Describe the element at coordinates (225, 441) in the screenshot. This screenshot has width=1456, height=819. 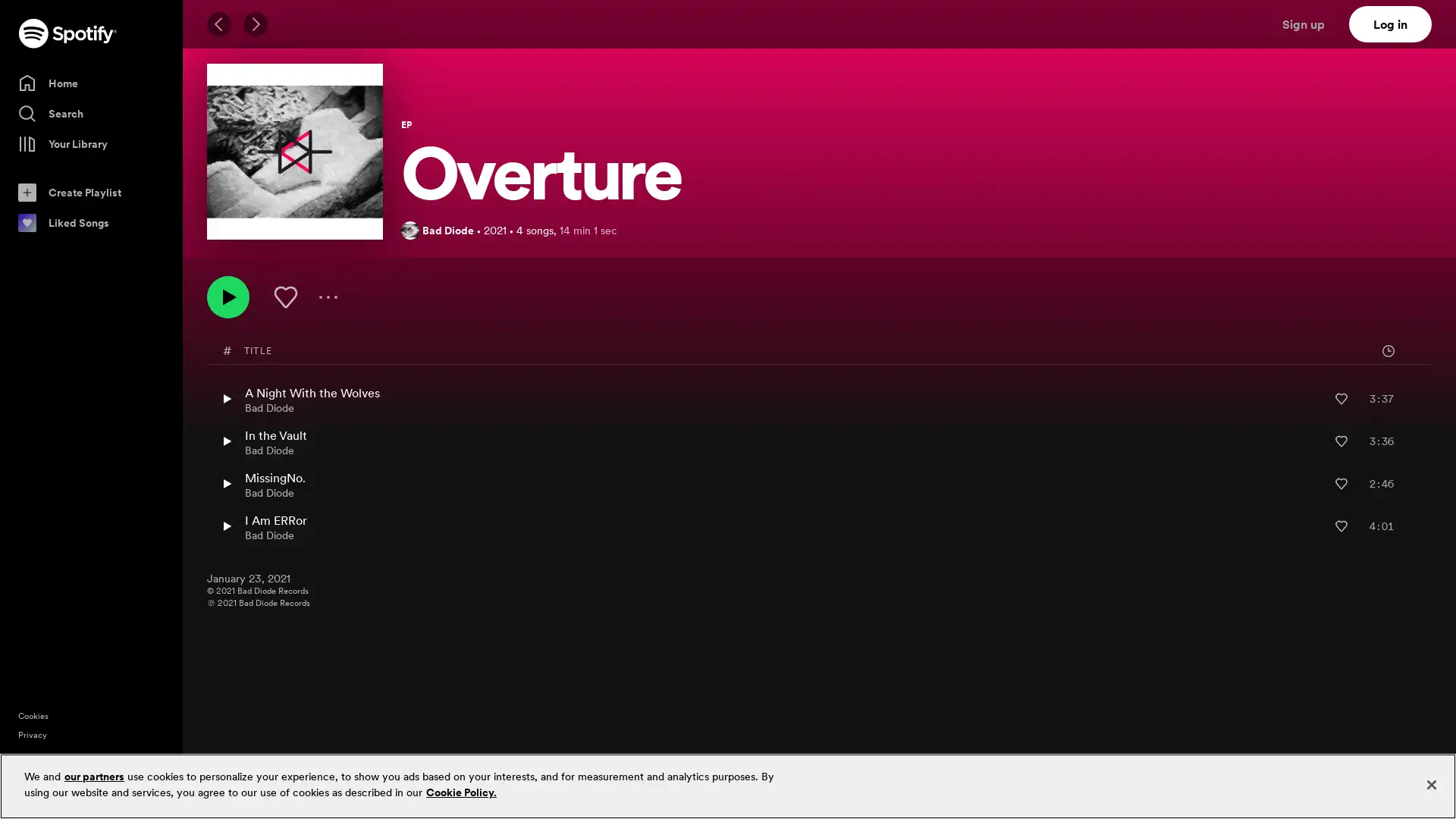
I see `Play In the Vault by Bad Diode` at that location.